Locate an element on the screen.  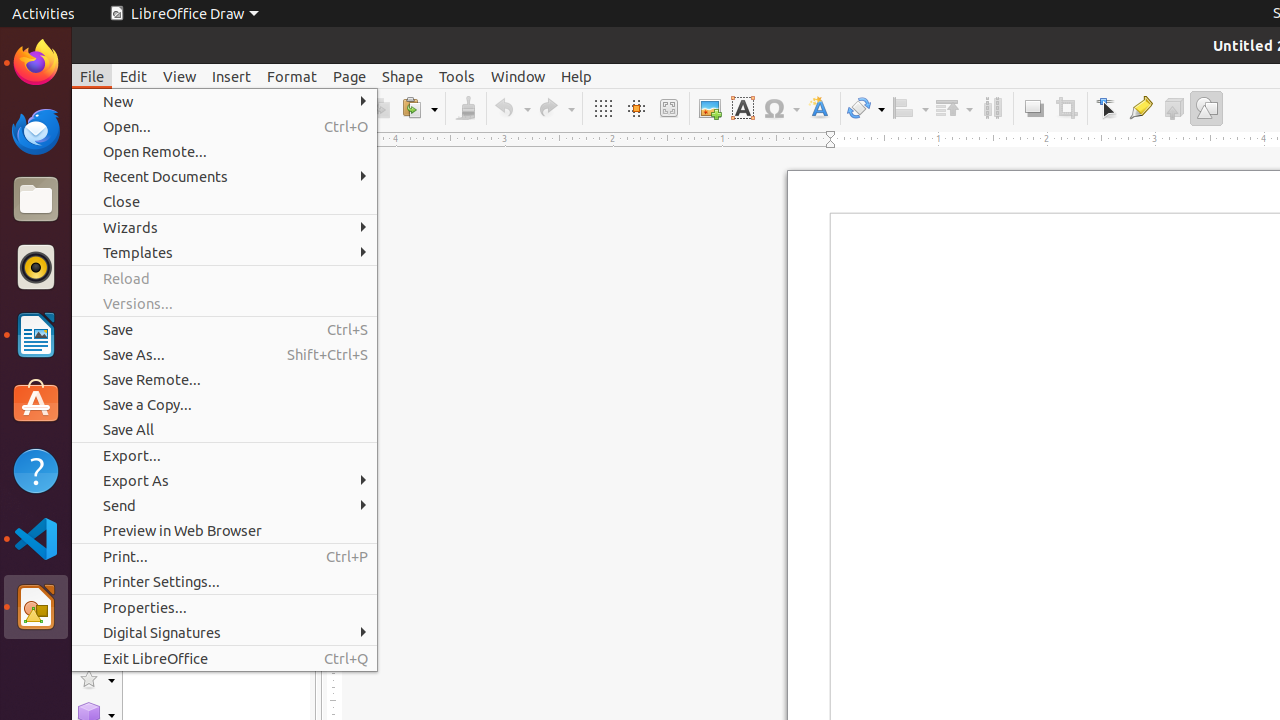
'Export As' is located at coordinates (224, 480).